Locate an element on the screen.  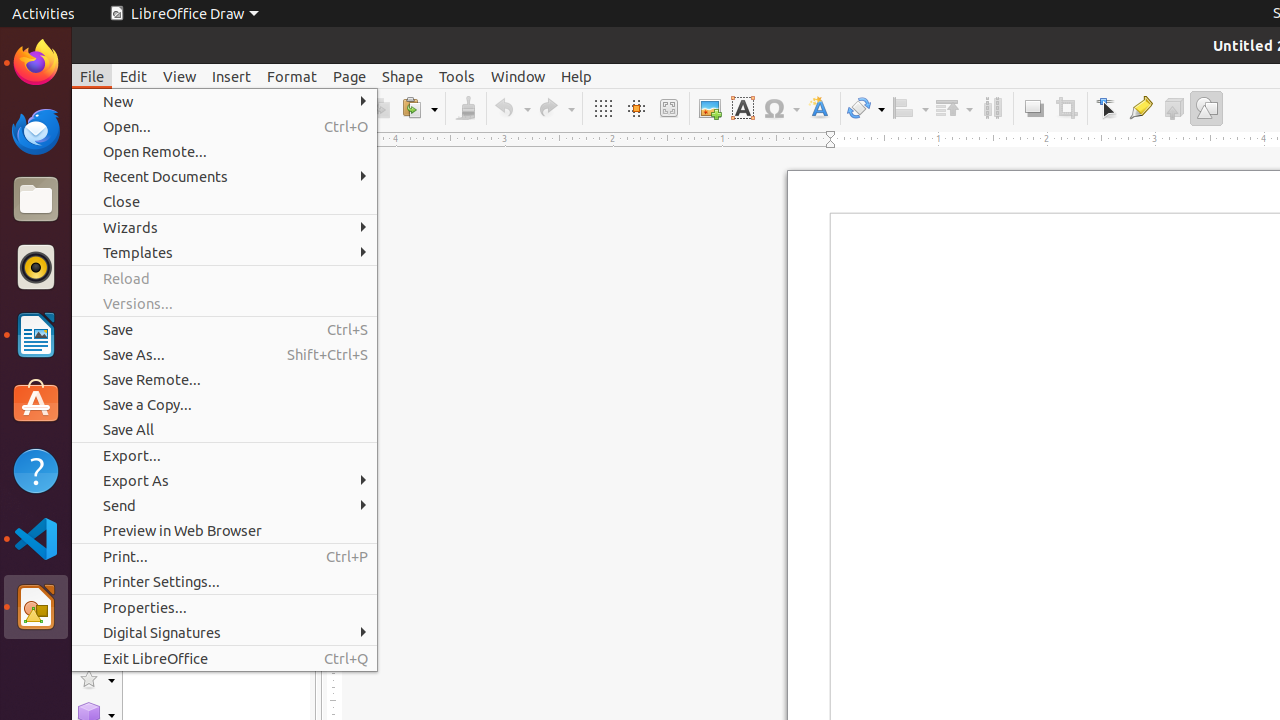
'Export As' is located at coordinates (224, 480).